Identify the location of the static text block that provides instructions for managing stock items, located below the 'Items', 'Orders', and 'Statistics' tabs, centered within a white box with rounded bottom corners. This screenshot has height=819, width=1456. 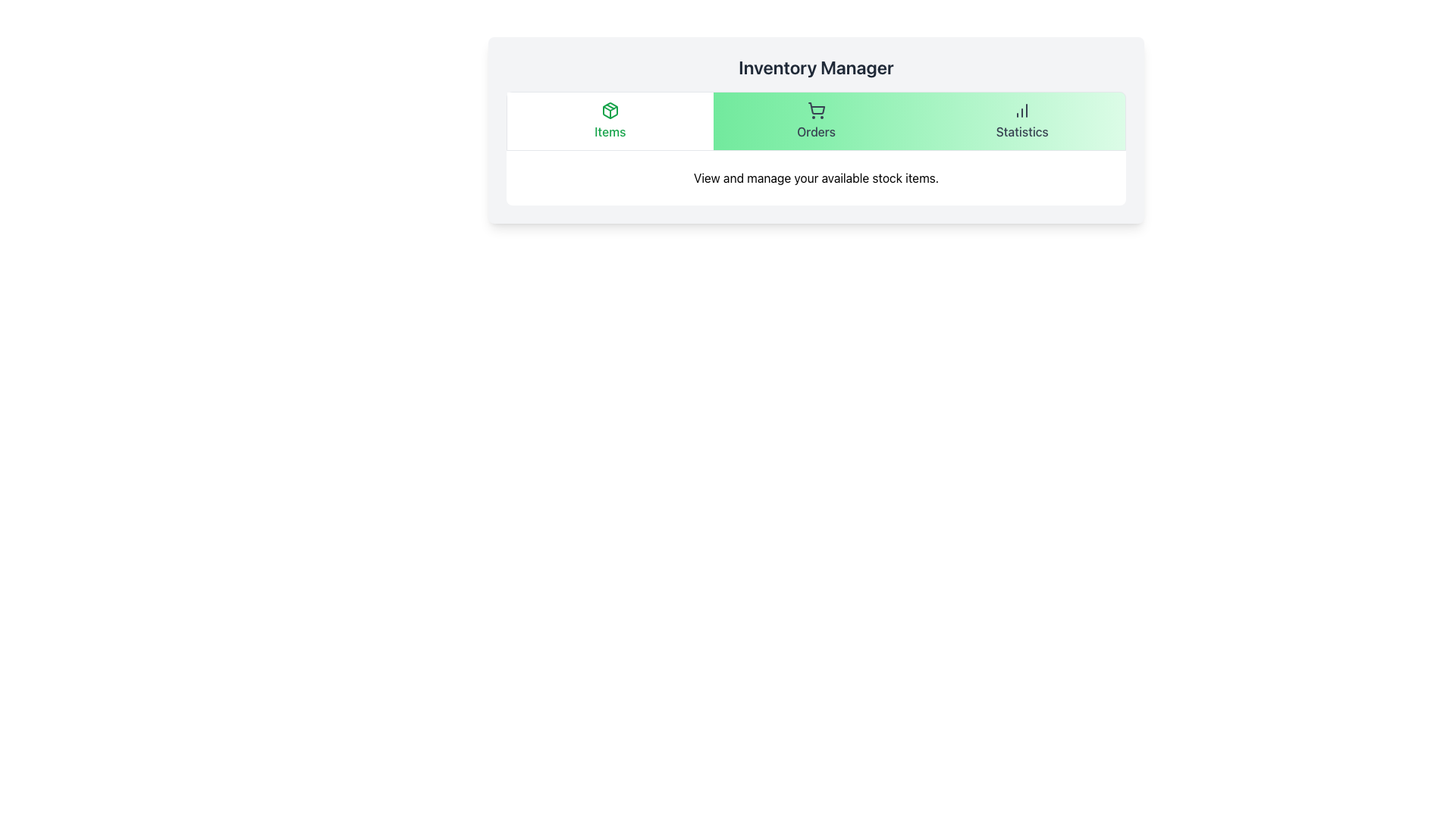
(815, 177).